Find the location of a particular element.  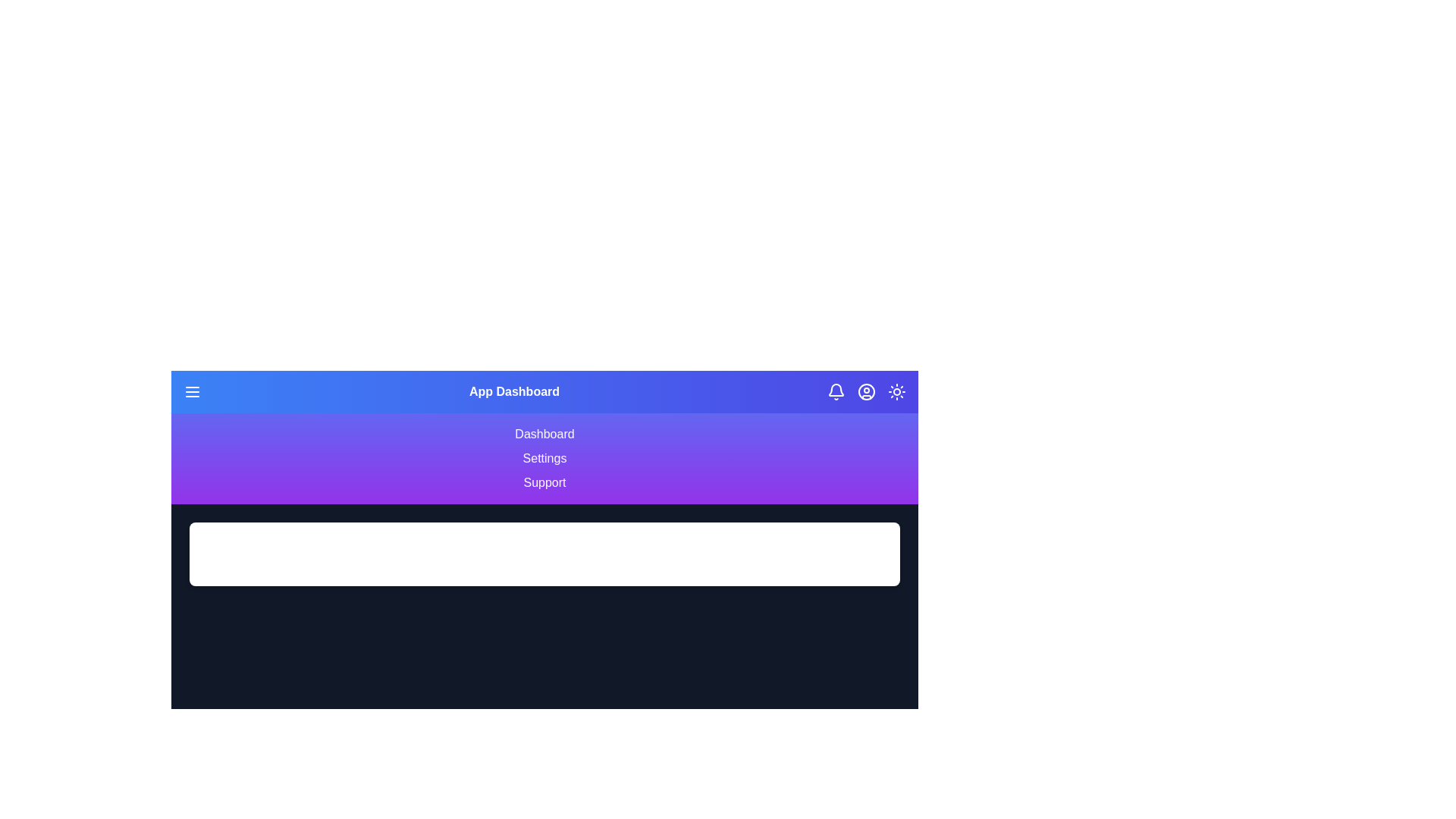

the menu option Dashboard to explore its content is located at coordinates (544, 435).